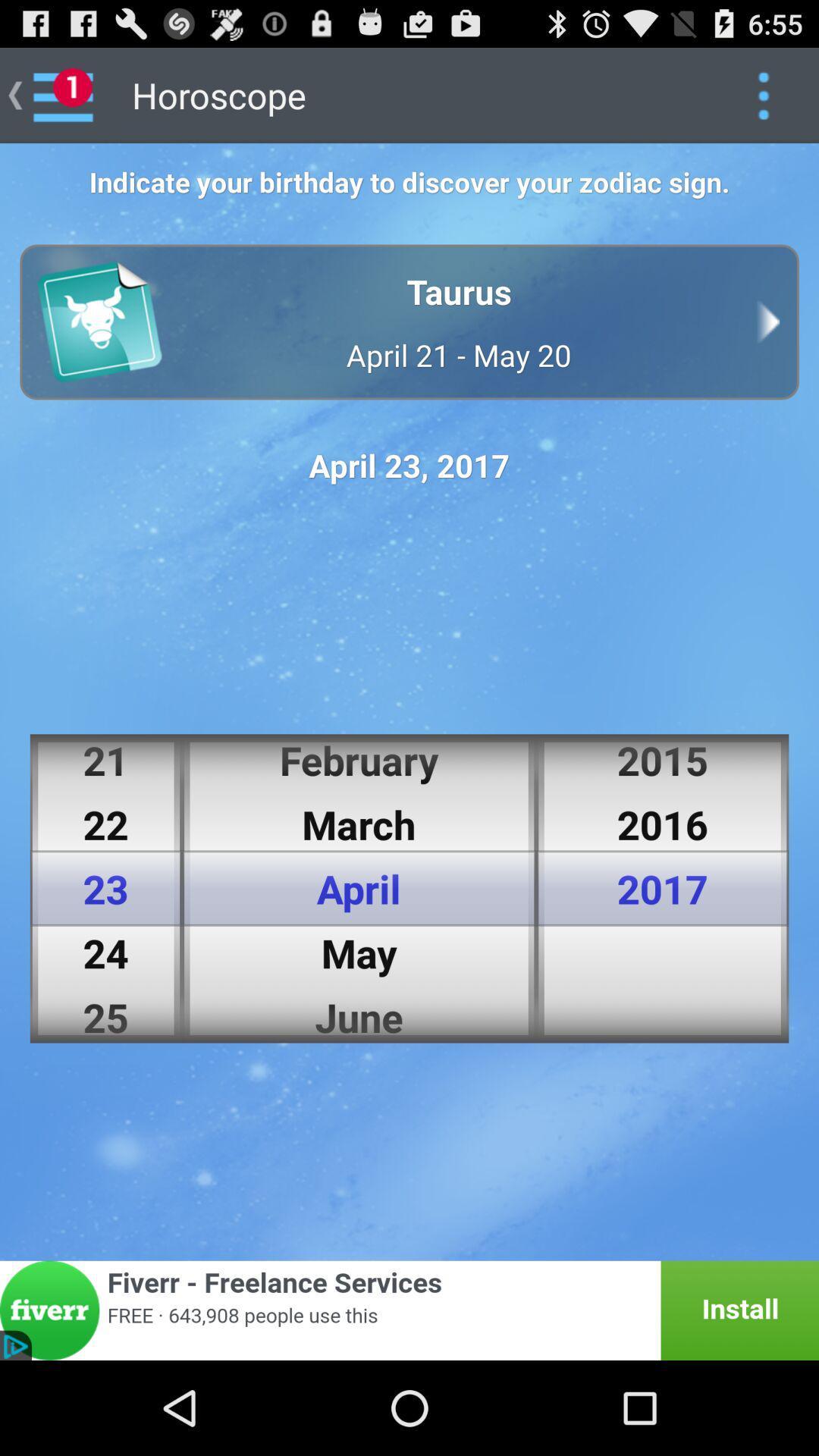 This screenshot has width=819, height=1456. What do you see at coordinates (409, 1310) in the screenshot?
I see `fiverr banner advertisement` at bounding box center [409, 1310].